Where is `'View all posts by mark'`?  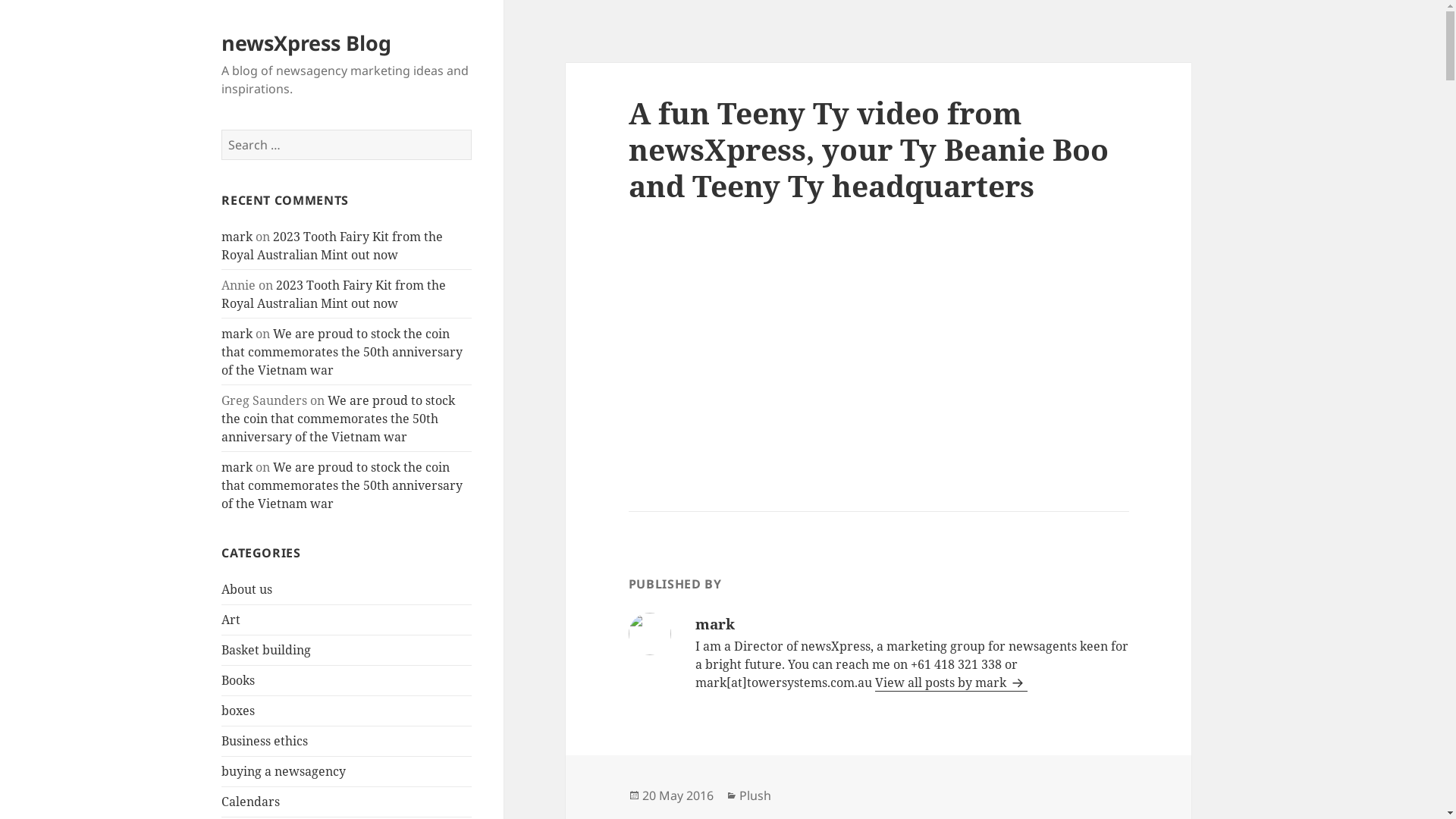 'View all posts by mark' is located at coordinates (874, 682).